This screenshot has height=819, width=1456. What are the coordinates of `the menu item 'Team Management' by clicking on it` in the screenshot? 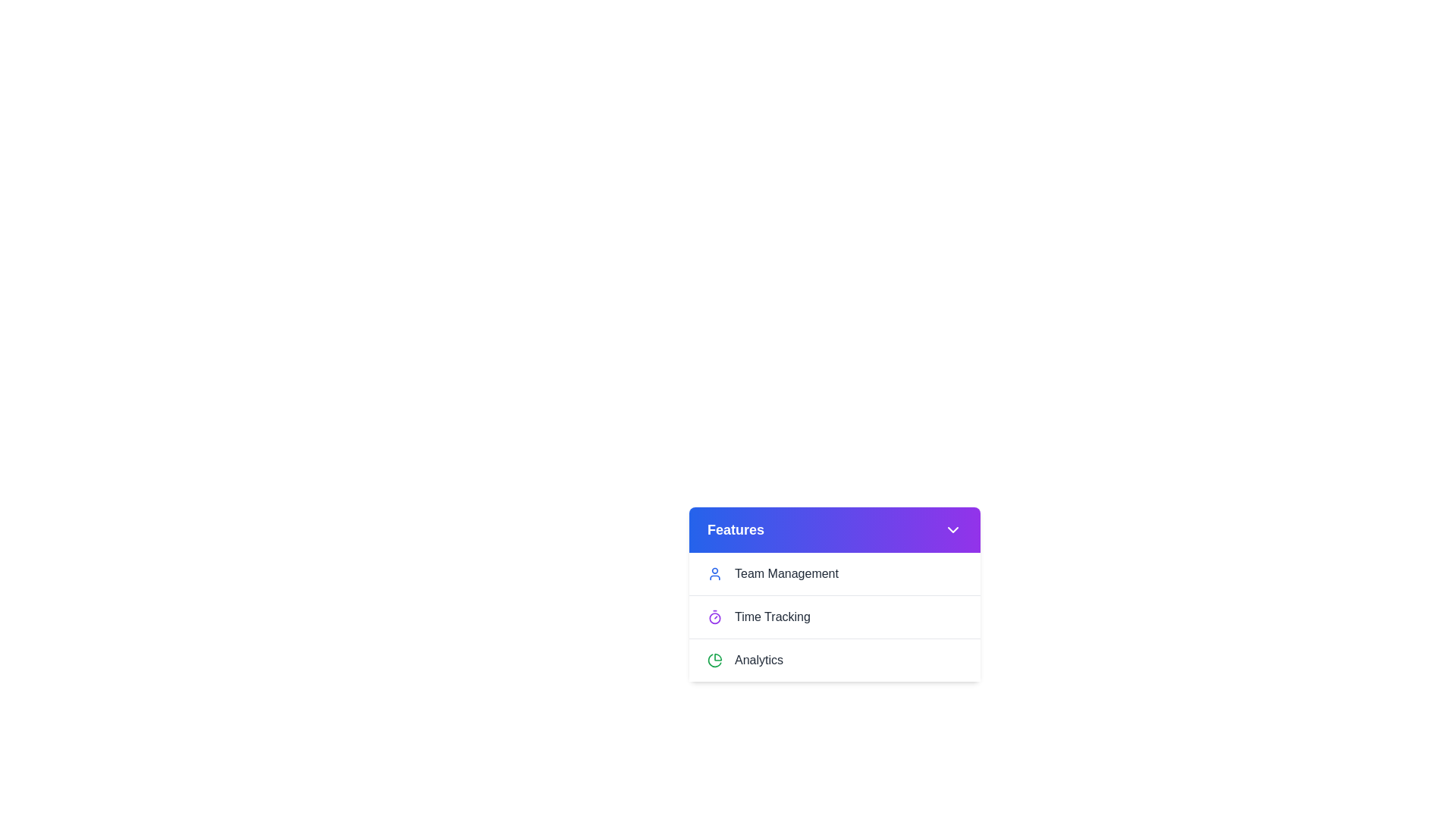 It's located at (833, 573).